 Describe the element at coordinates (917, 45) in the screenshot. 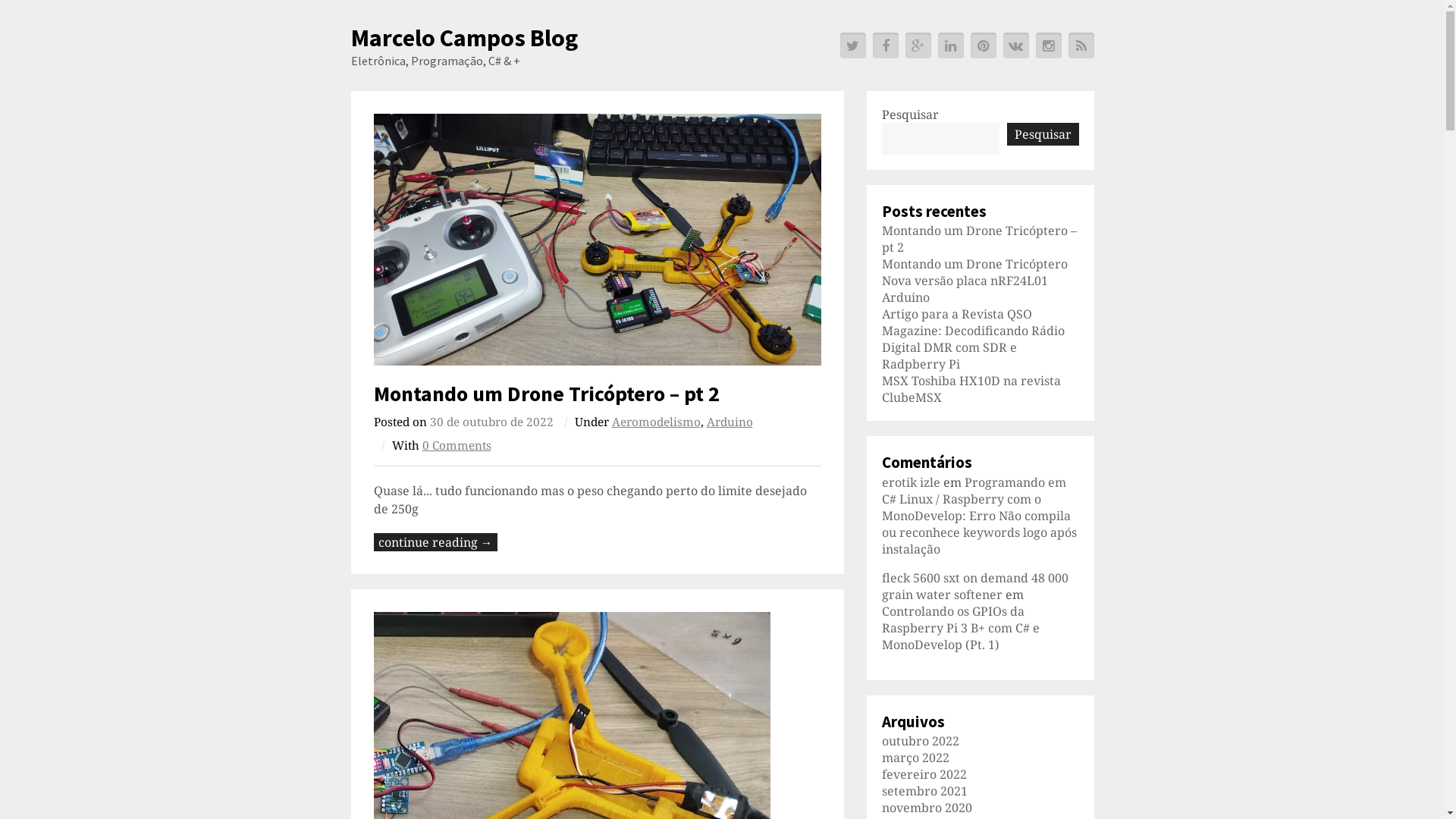

I see `'Googleplus'` at that location.